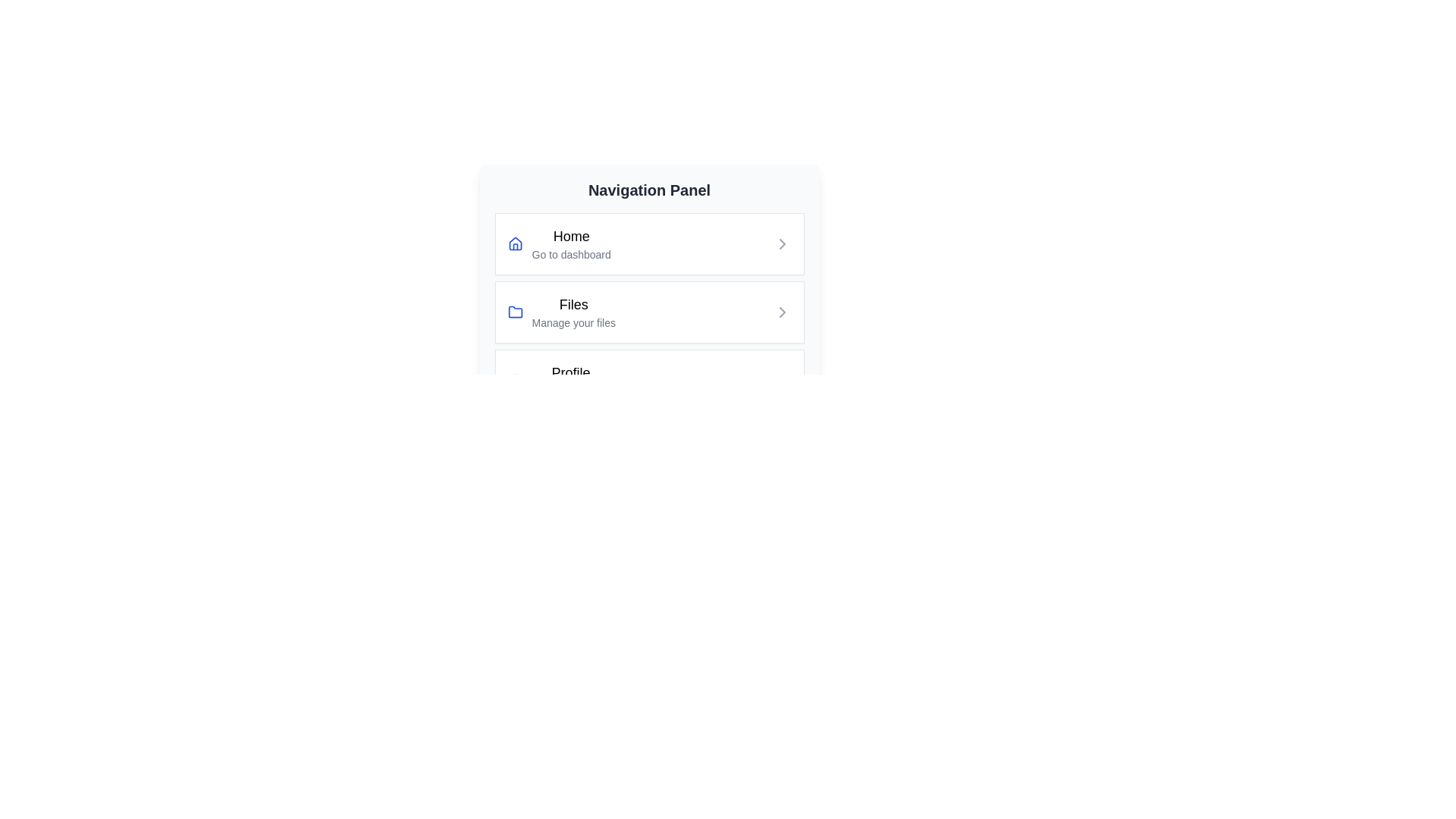 Image resolution: width=1456 pixels, height=819 pixels. Describe the element at coordinates (649, 243) in the screenshot. I see `the first navigational link in the vertical list` at that location.